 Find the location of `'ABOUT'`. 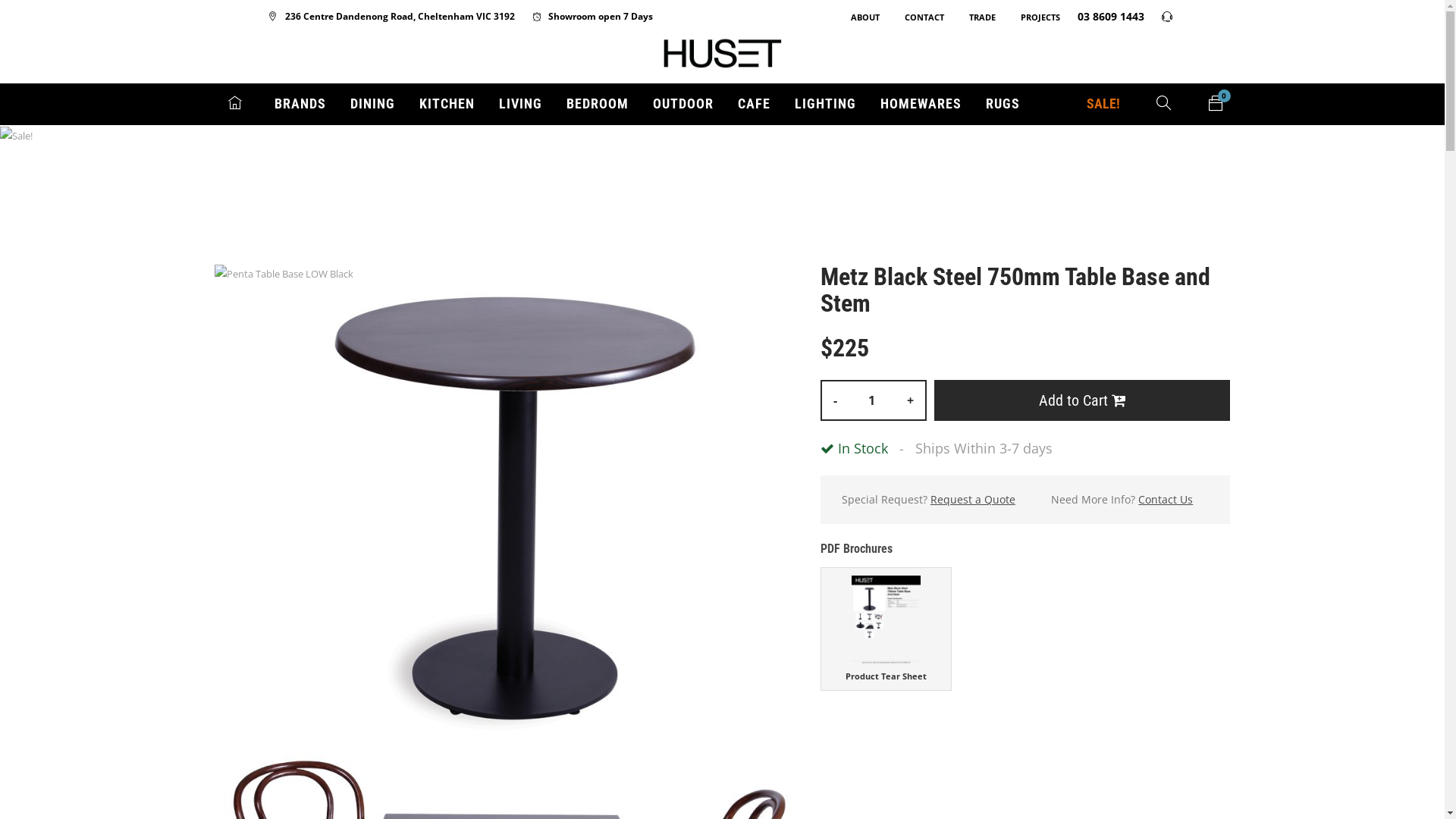

'ABOUT' is located at coordinates (858, 17).